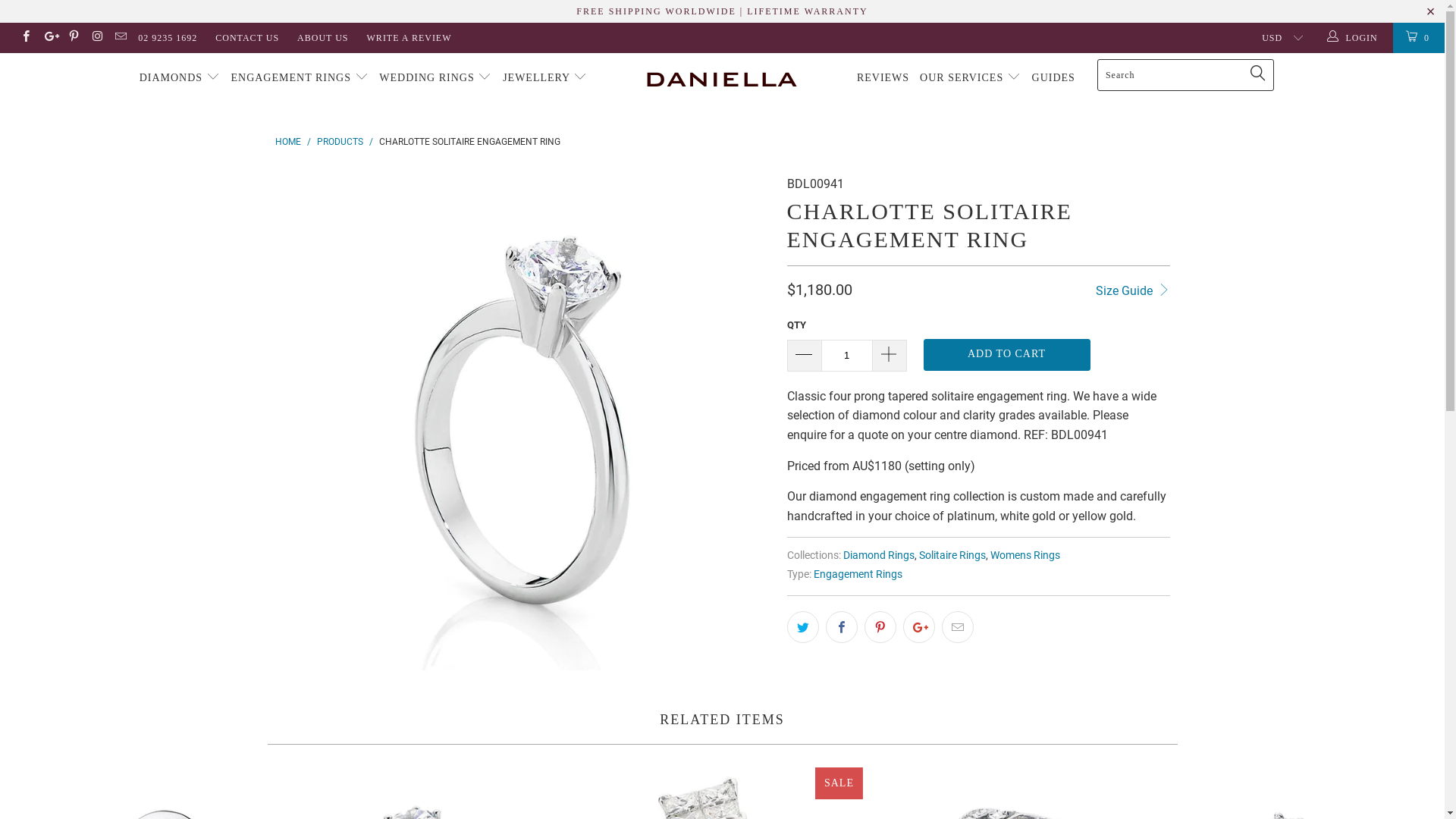  Describe the element at coordinates (839, 626) in the screenshot. I see `'Share this on Facebook'` at that location.